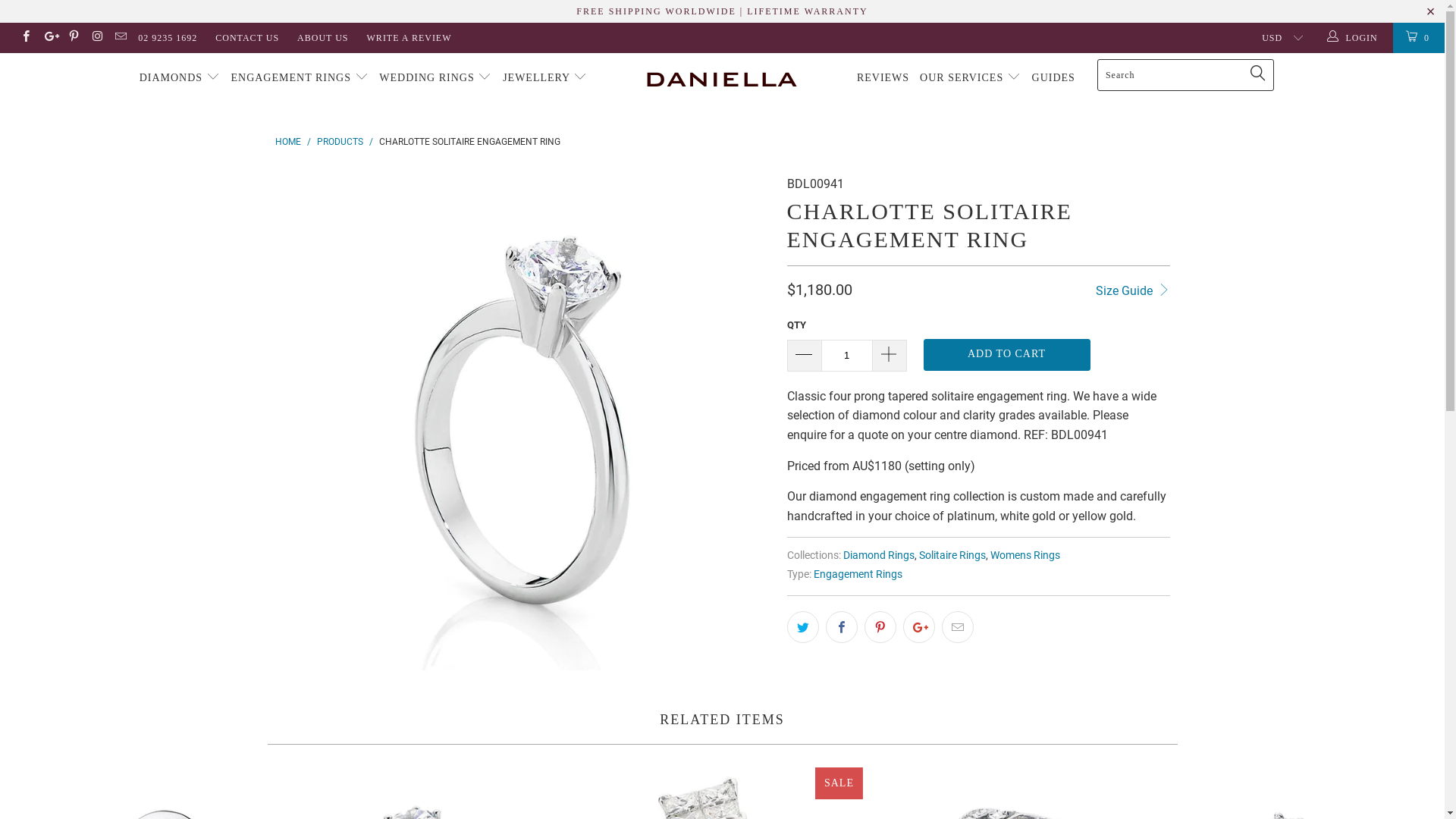  Describe the element at coordinates (839, 626) in the screenshot. I see `'Share this on Facebook'` at that location.